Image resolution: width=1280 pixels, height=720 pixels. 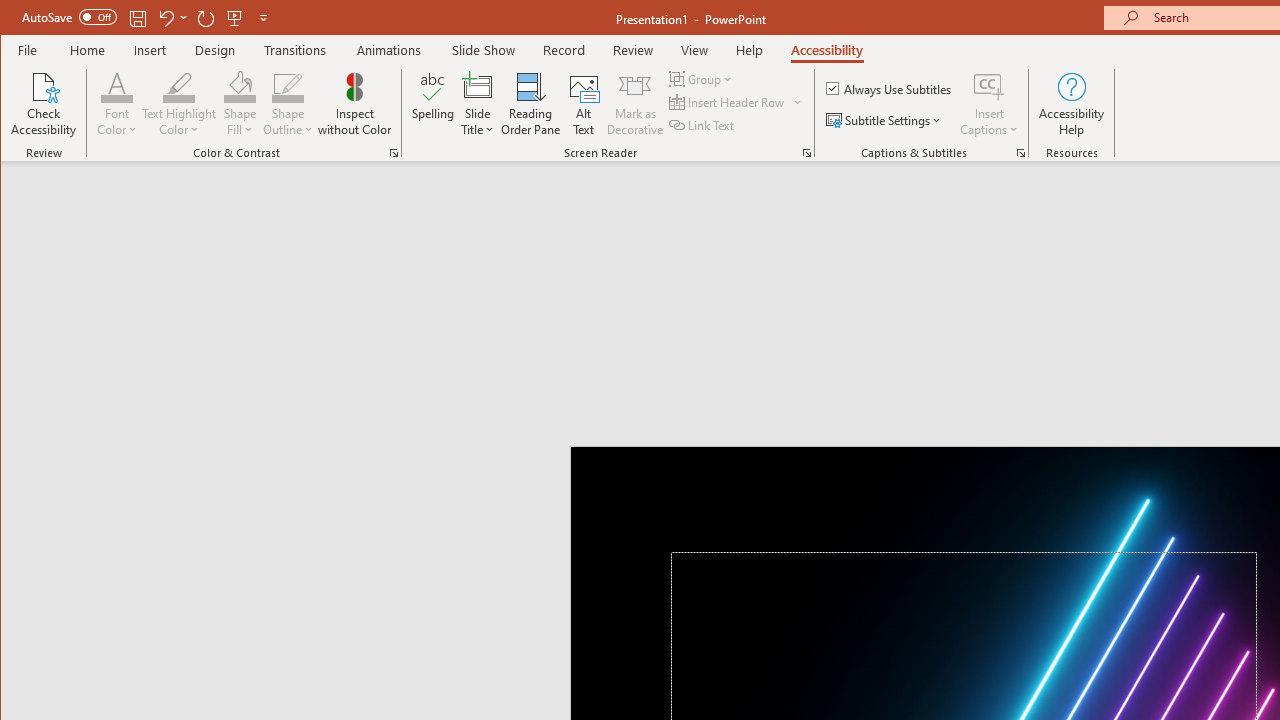 What do you see at coordinates (531, 104) in the screenshot?
I see `'Reading Order Pane'` at bounding box center [531, 104].